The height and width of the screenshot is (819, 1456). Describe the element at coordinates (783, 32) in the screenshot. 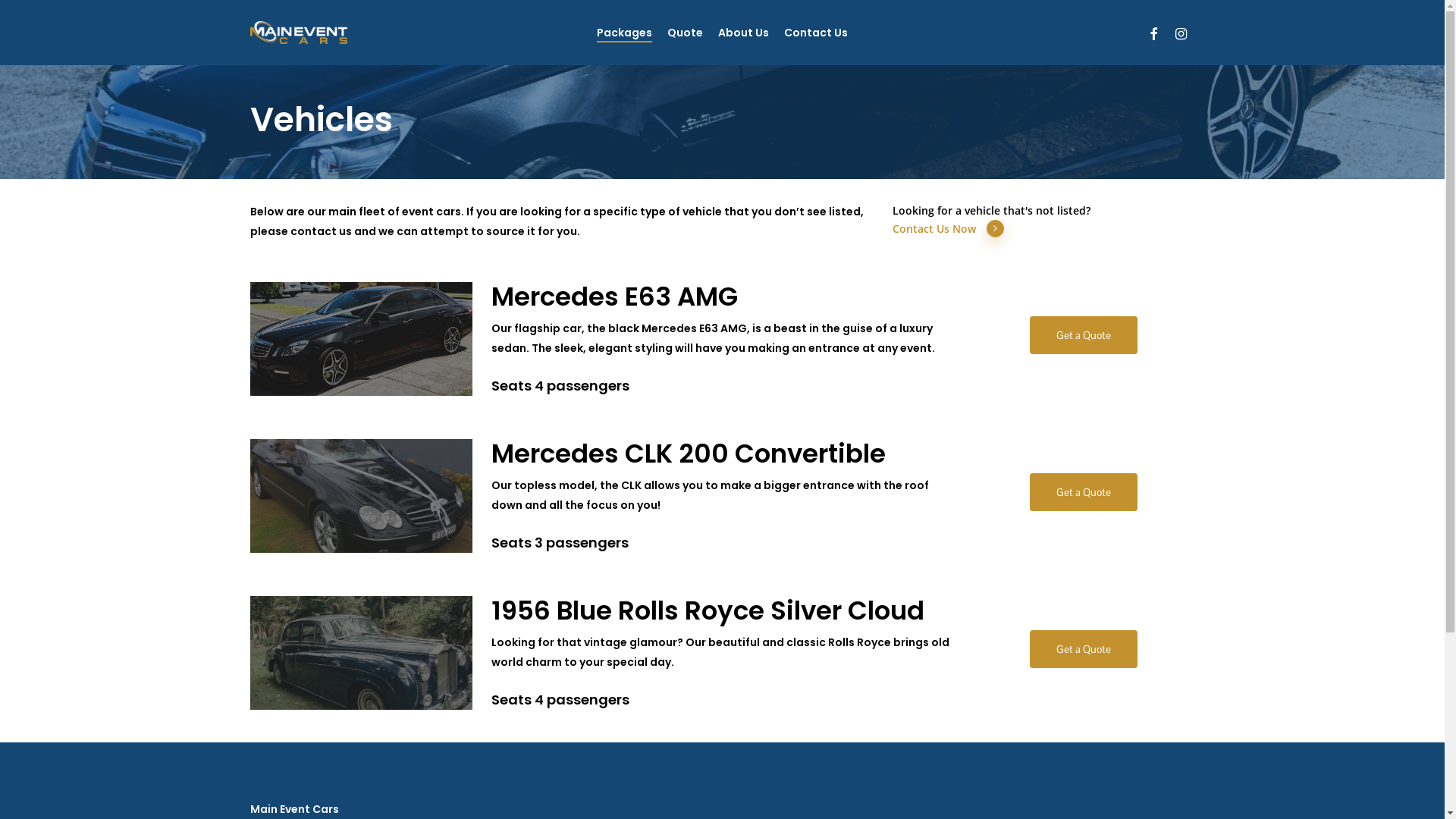

I see `'Contact Us'` at that location.